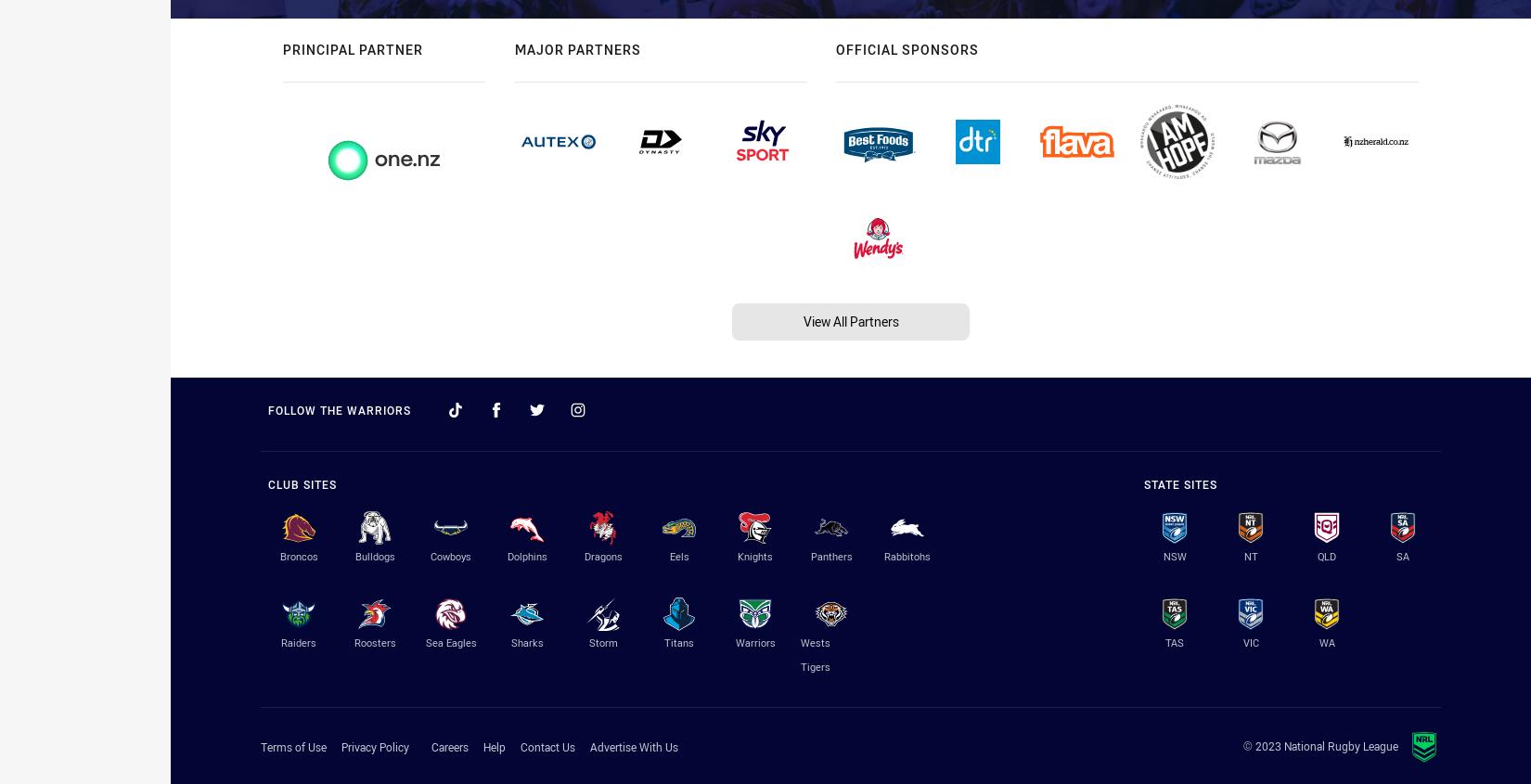 Image resolution: width=1531 pixels, height=784 pixels. What do you see at coordinates (354, 555) in the screenshot?
I see `'Bulldogs'` at bounding box center [354, 555].